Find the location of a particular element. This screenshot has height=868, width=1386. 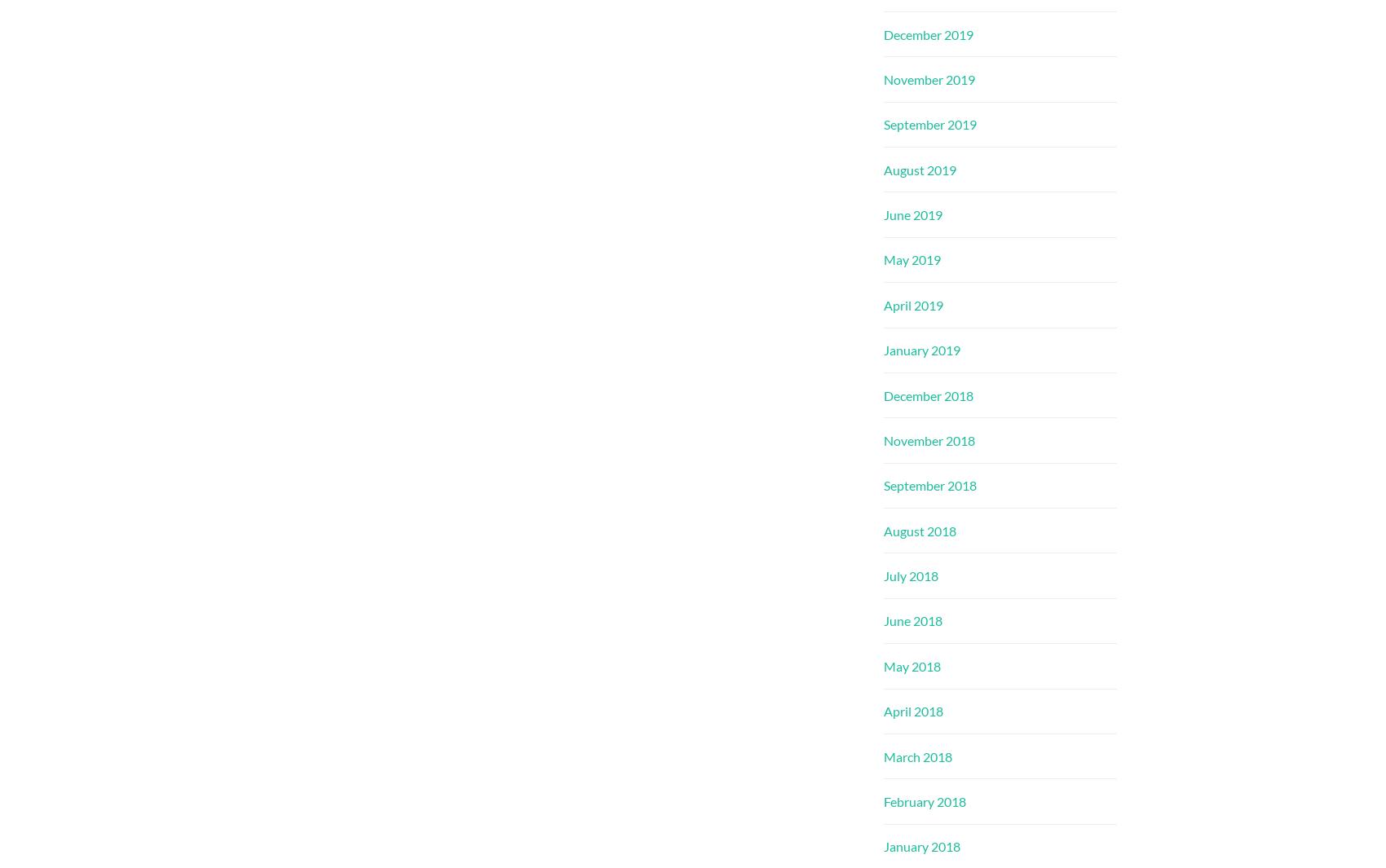

'February 2018' is located at coordinates (925, 800).